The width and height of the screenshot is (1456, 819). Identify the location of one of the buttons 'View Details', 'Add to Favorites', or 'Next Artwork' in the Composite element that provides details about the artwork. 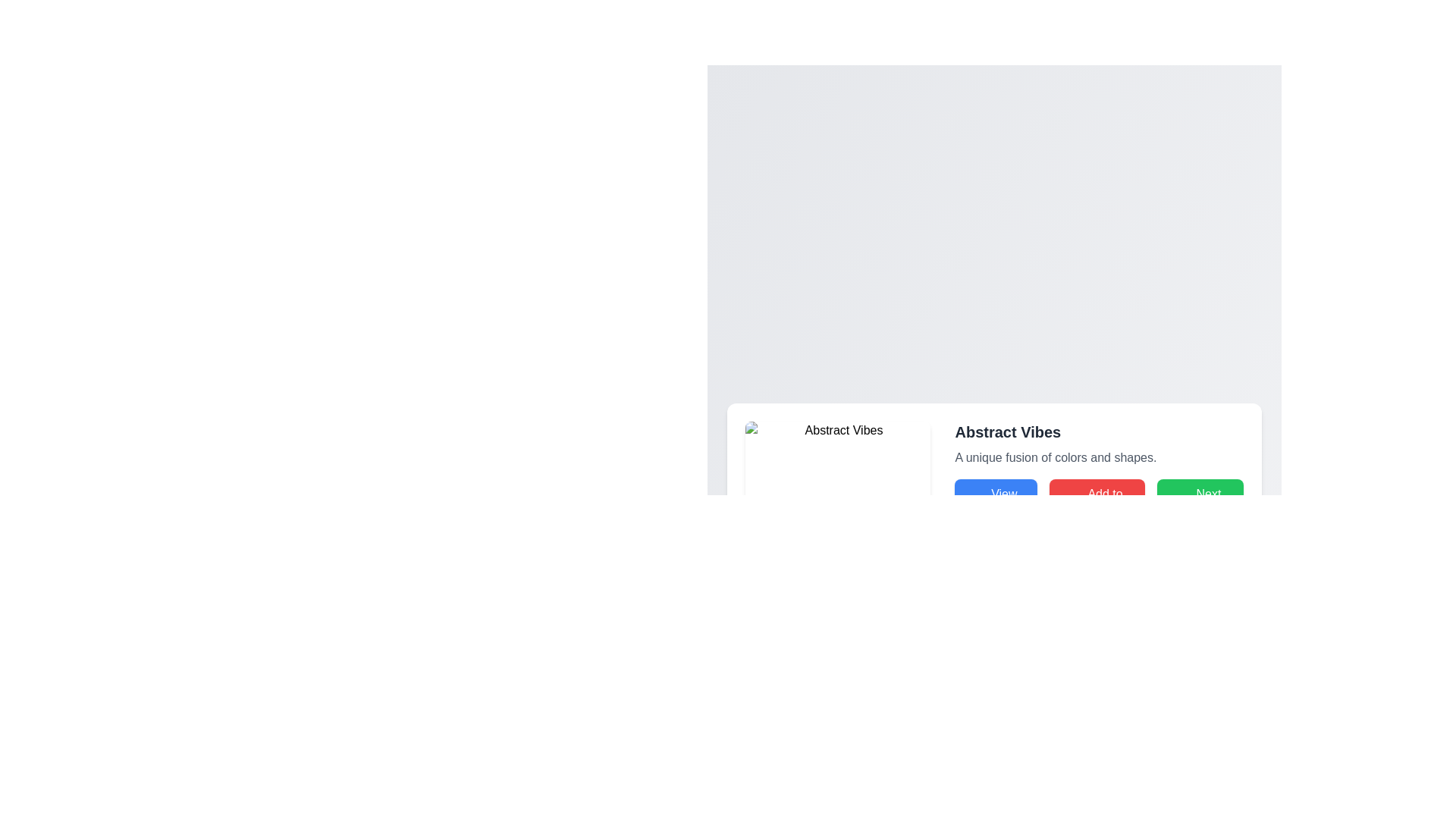
(1099, 473).